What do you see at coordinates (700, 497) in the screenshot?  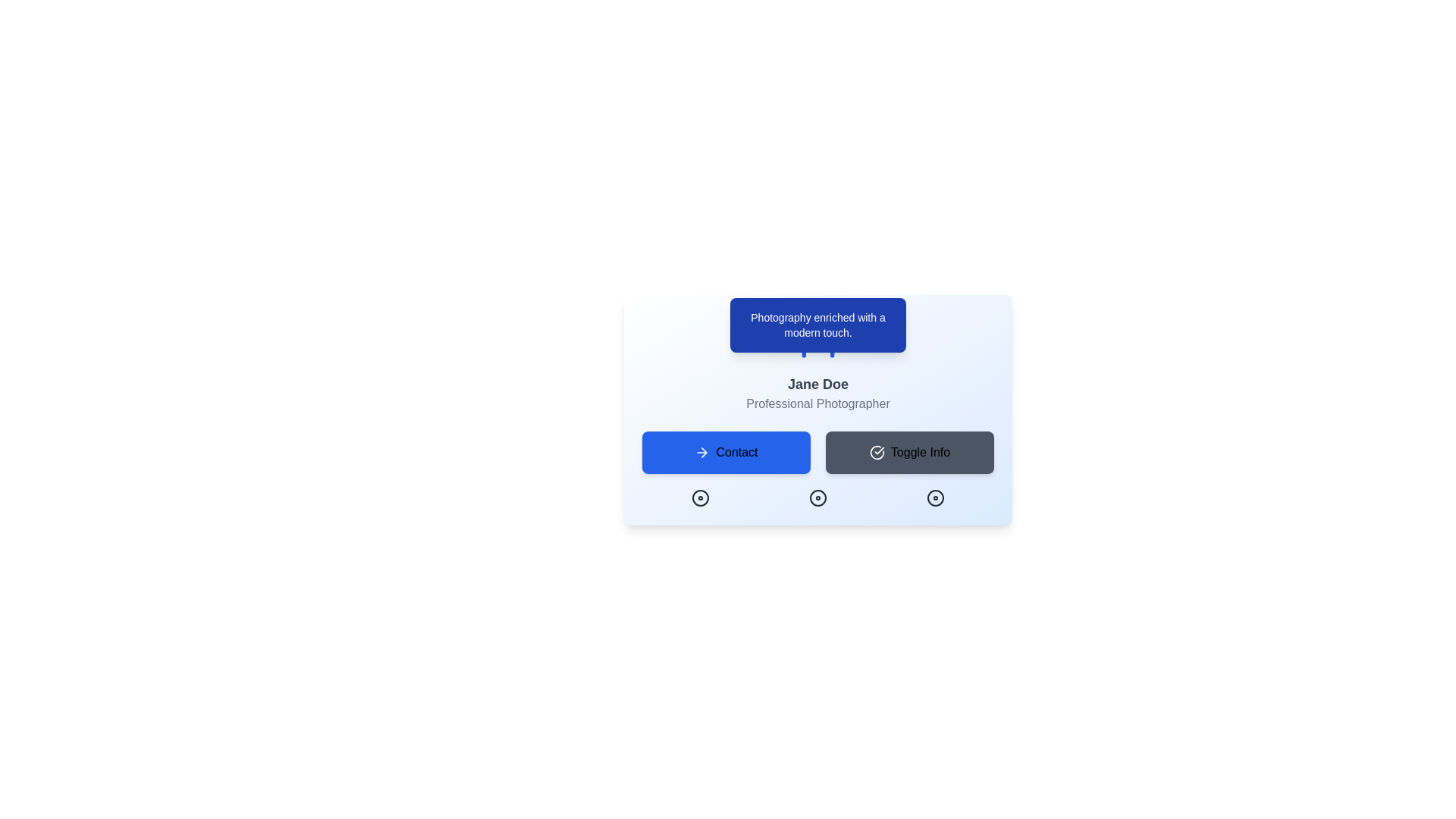 I see `the first circular icon resembling a disc, which is positioned at the far left of three similar icons at the bottom of the card-like section` at bounding box center [700, 497].